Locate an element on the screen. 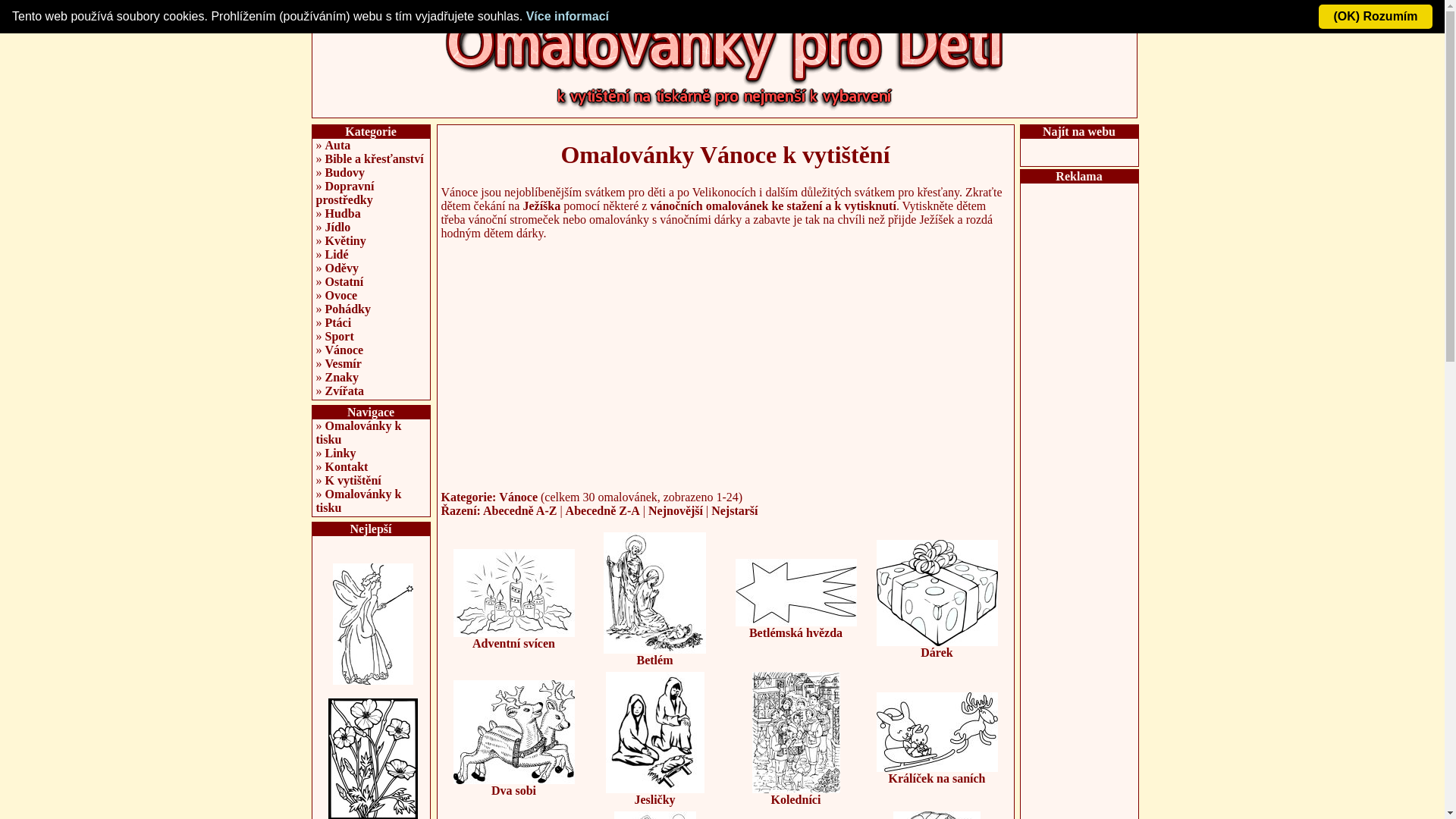  'Auta' is located at coordinates (337, 145).